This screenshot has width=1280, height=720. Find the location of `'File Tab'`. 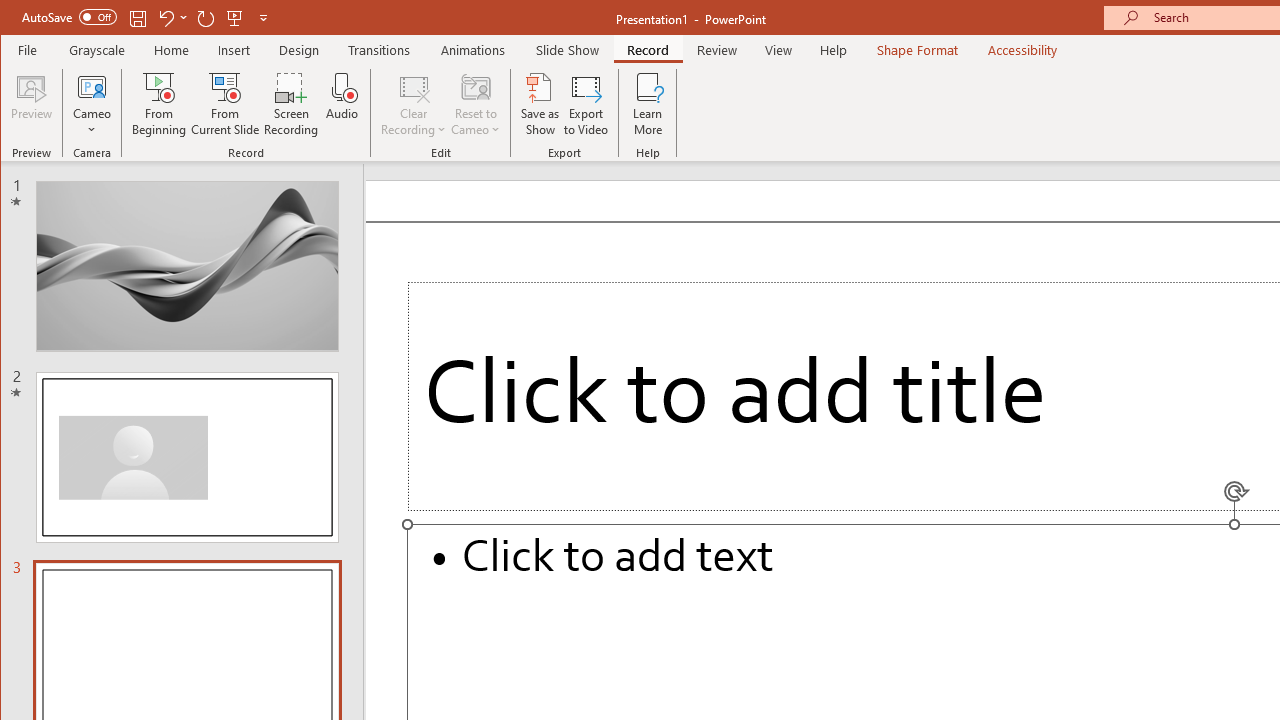

'File Tab' is located at coordinates (28, 49).